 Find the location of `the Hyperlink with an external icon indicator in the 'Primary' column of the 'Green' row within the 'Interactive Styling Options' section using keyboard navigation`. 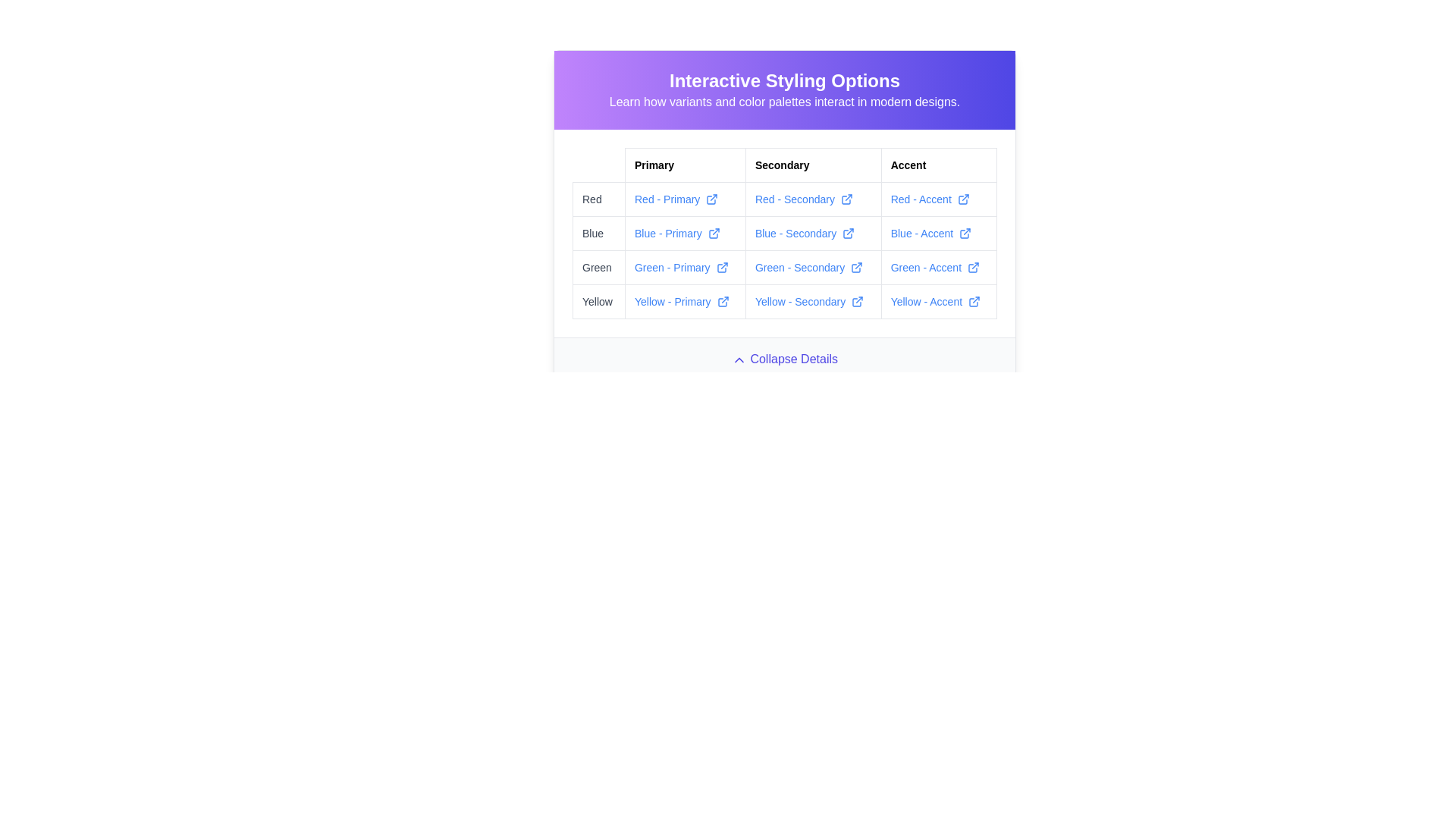

the Hyperlink with an external icon indicator in the 'Primary' column of the 'Green' row within the 'Interactive Styling Options' section using keyboard navigation is located at coordinates (680, 267).